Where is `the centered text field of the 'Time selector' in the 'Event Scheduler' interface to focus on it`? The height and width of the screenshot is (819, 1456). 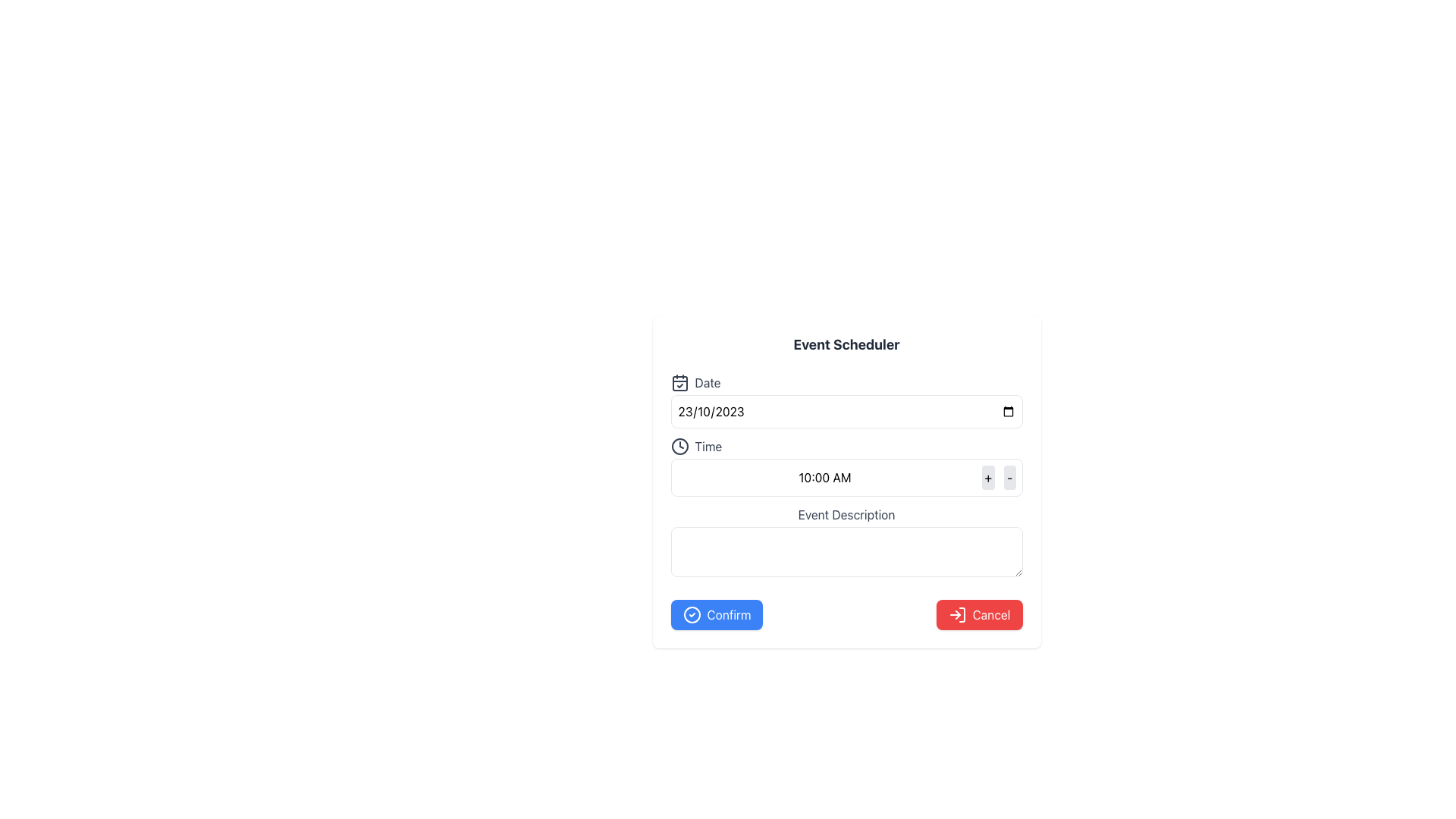 the centered text field of the 'Time selector' in the 'Event Scheduler' interface to focus on it is located at coordinates (846, 466).